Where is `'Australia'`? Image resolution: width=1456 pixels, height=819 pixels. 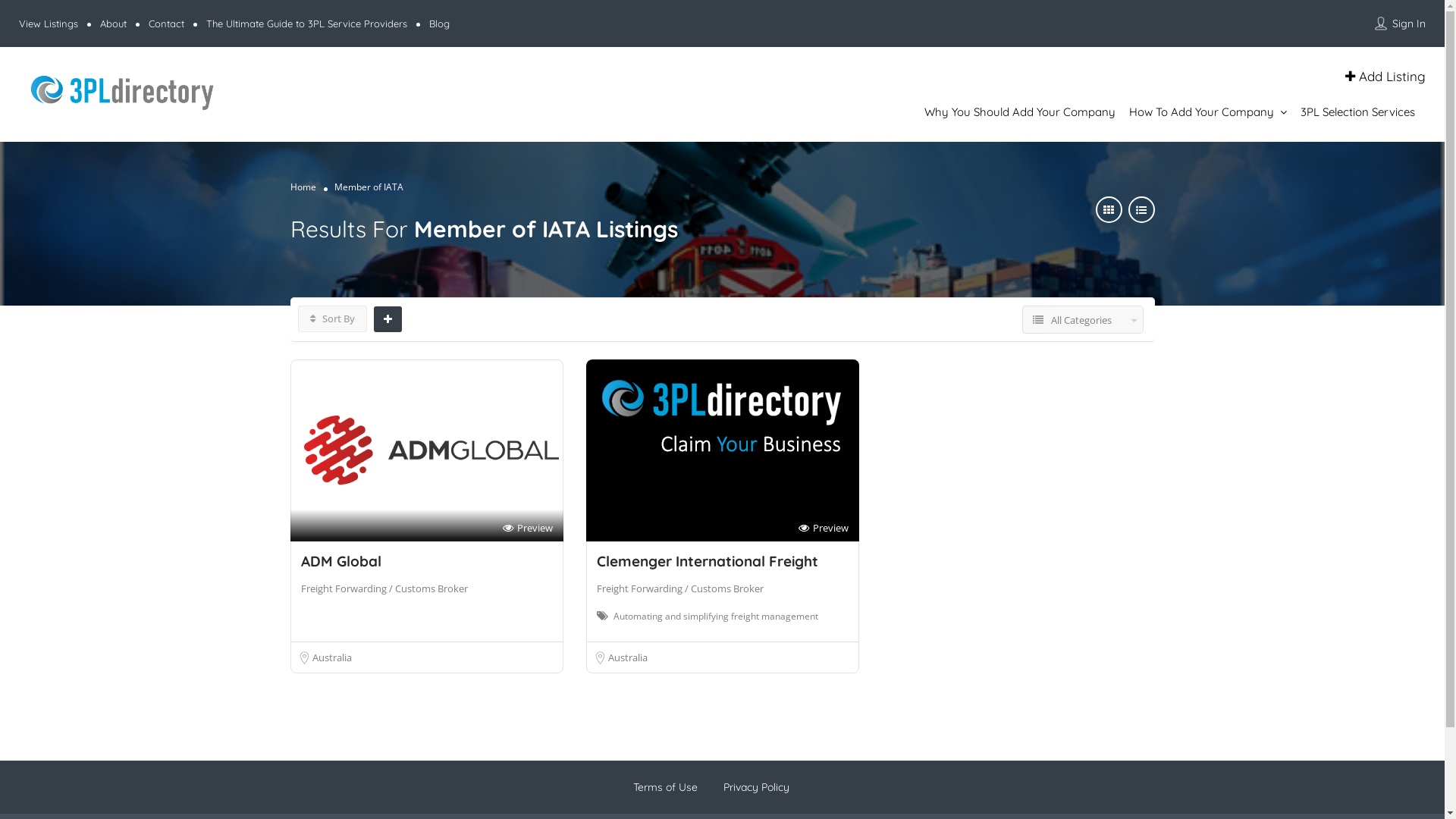
'Australia' is located at coordinates (331, 657).